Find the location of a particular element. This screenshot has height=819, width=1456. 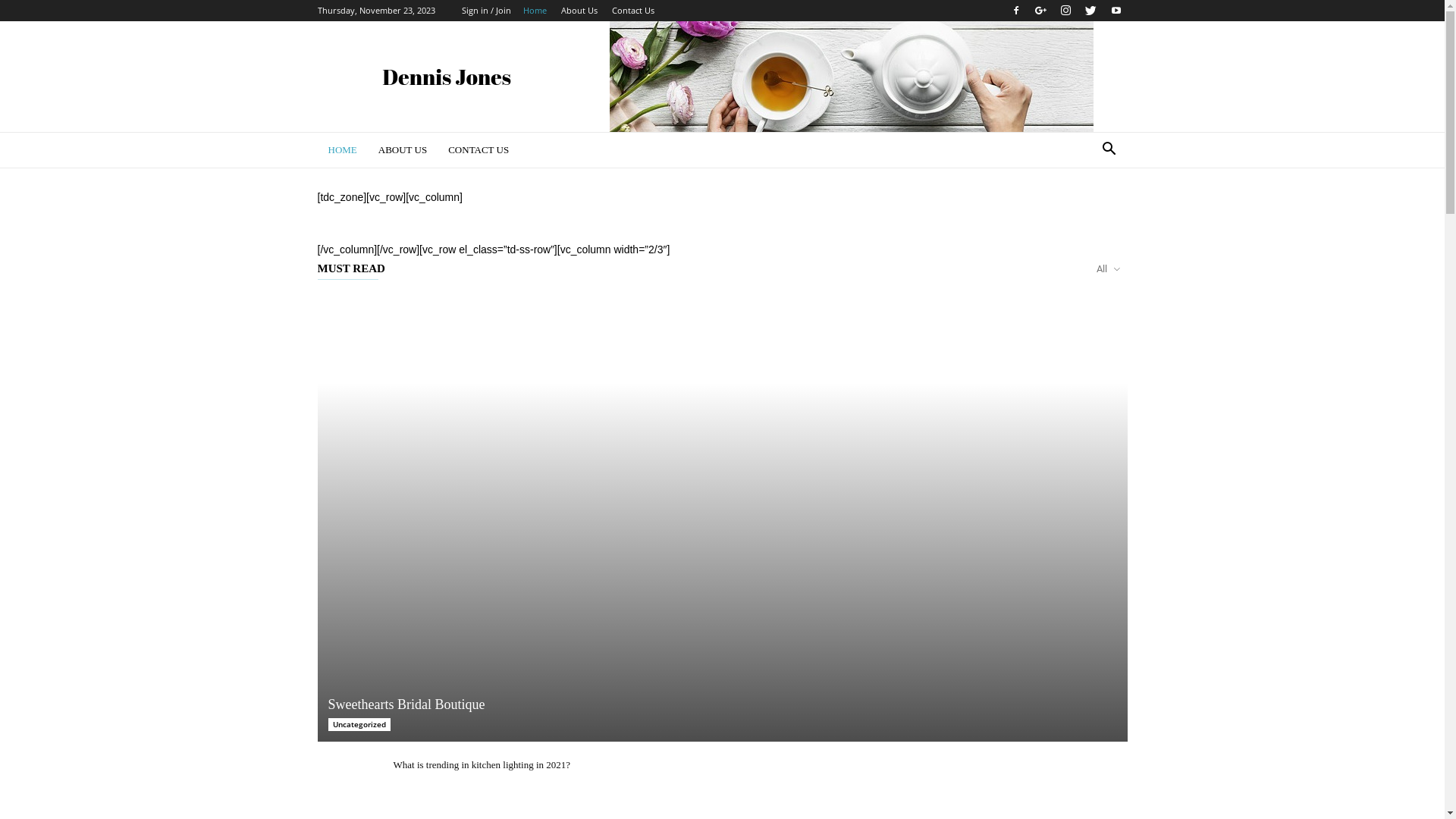

'CONTACT US' is located at coordinates (477, 149).